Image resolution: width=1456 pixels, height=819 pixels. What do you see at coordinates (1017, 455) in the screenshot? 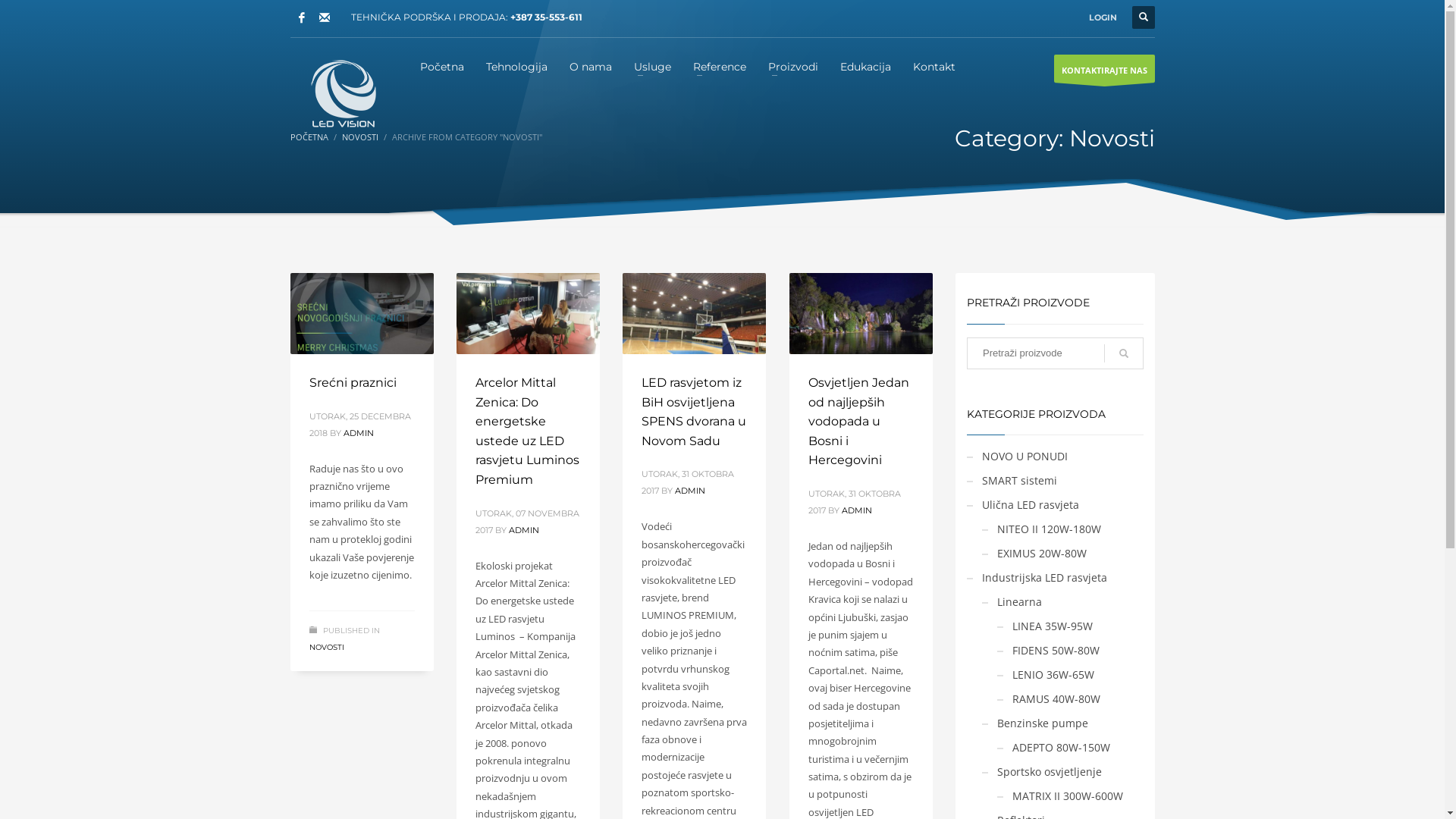
I see `'NOVO U PONUDI'` at bounding box center [1017, 455].